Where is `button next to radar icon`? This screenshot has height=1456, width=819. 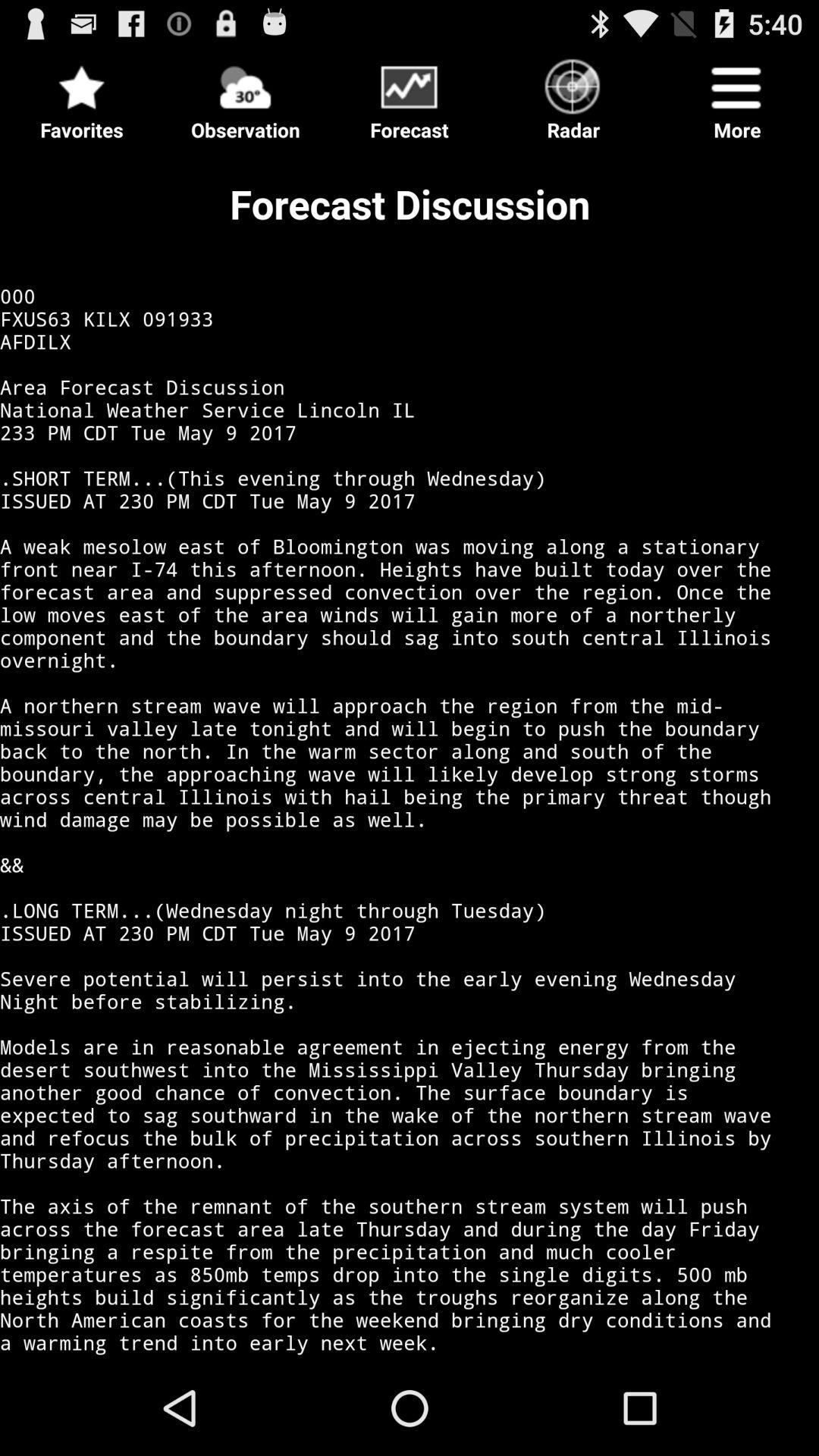 button next to radar icon is located at coordinates (409, 94).